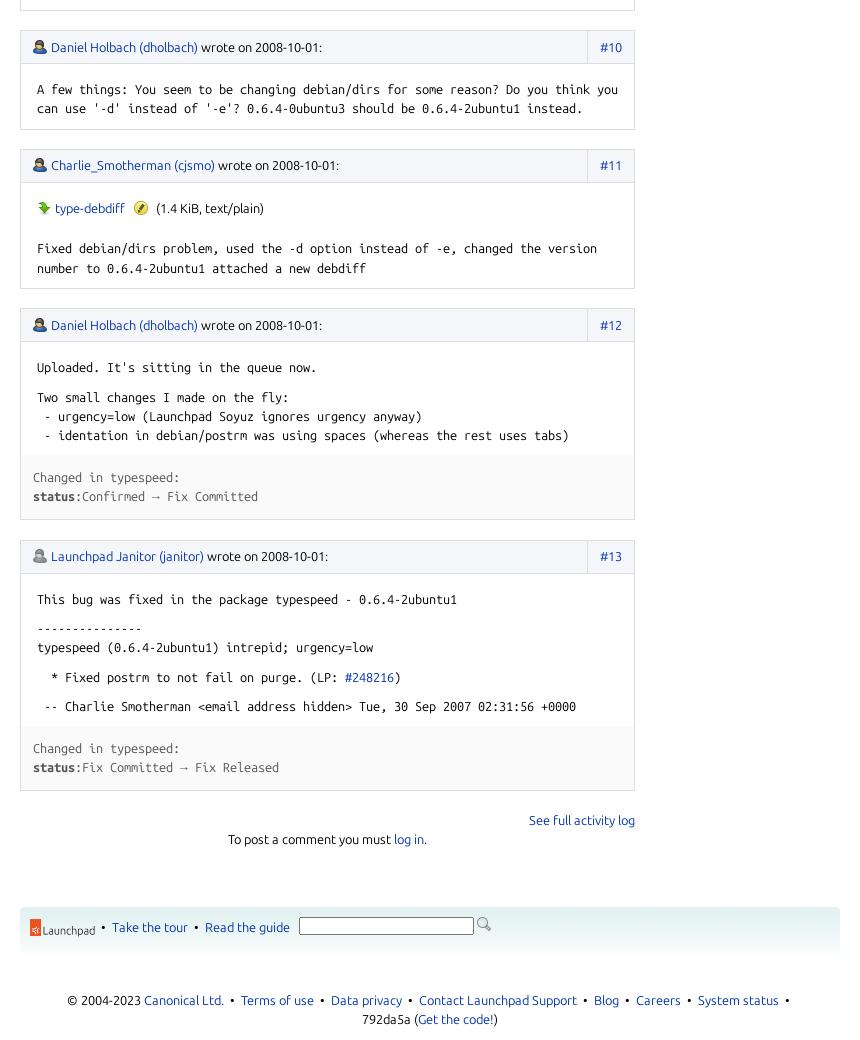 Image resolution: width=860 pixels, height=1040 pixels. I want to click on 'Uploaded. It's sitting in the queue now.', so click(175, 366).